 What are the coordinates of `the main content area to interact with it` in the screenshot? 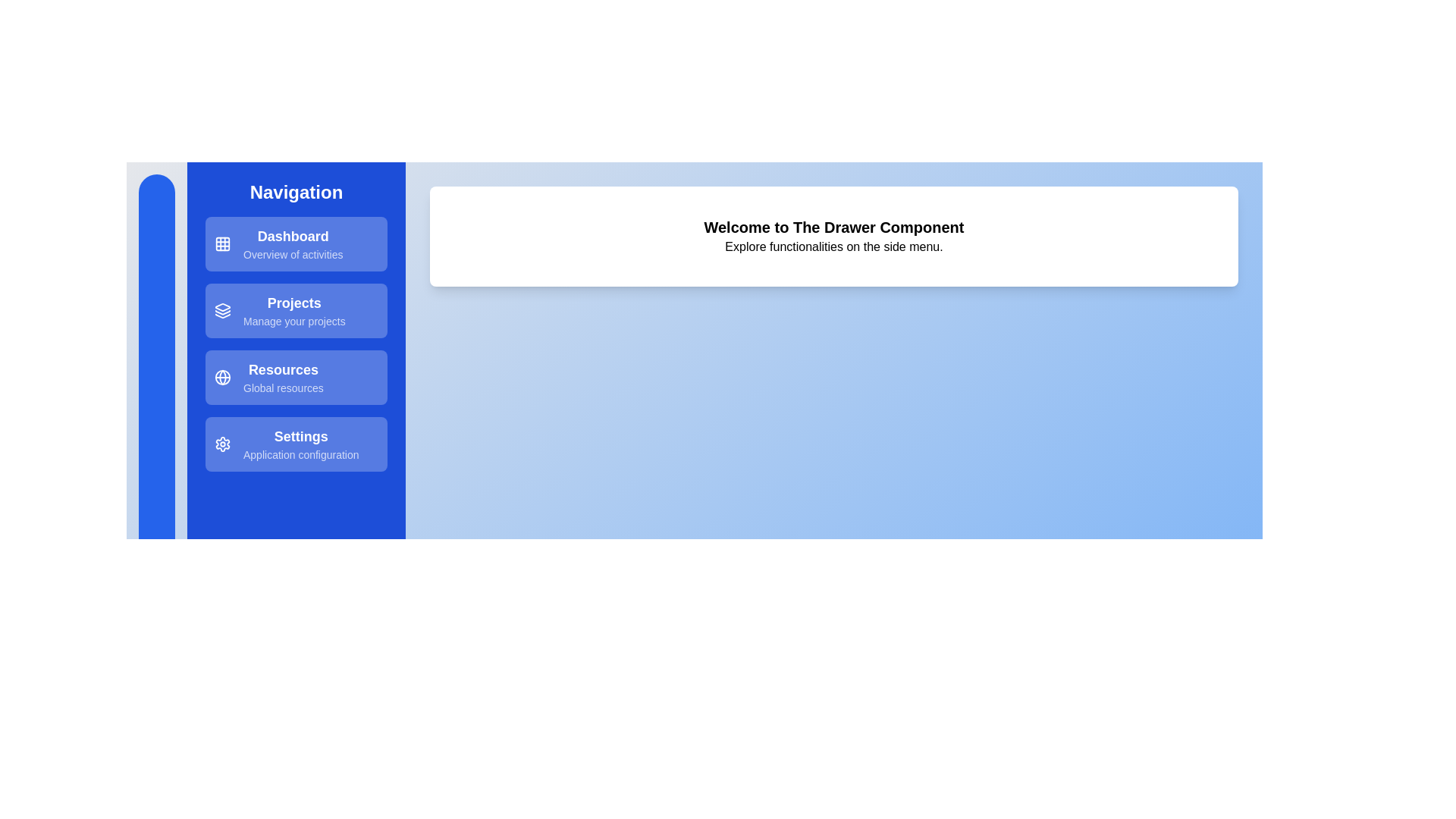 It's located at (833, 571).